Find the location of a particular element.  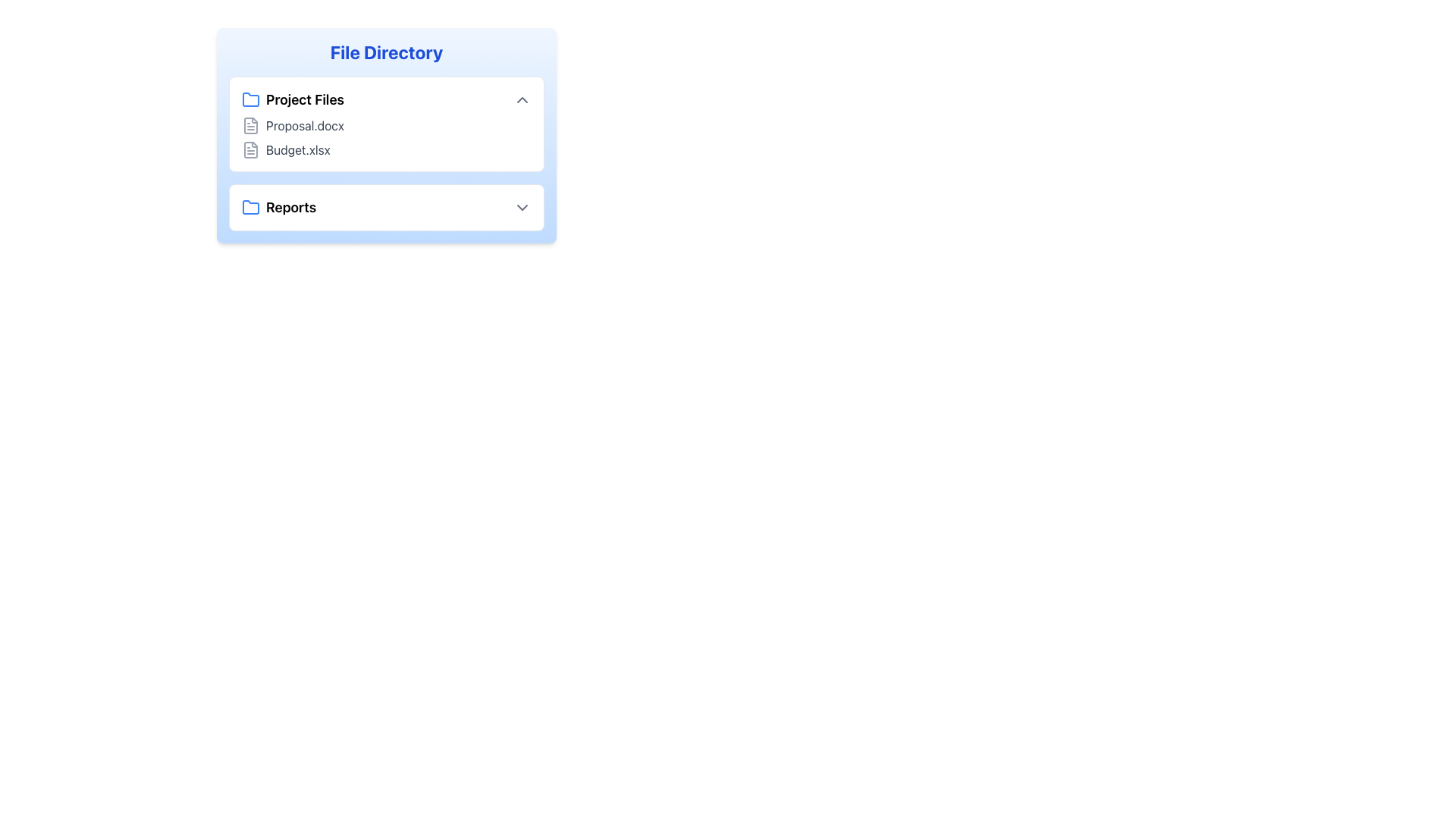

the text label displaying 'Proposal.docx', the first file listed under the 'Project Files' folder in the directory is located at coordinates (304, 124).